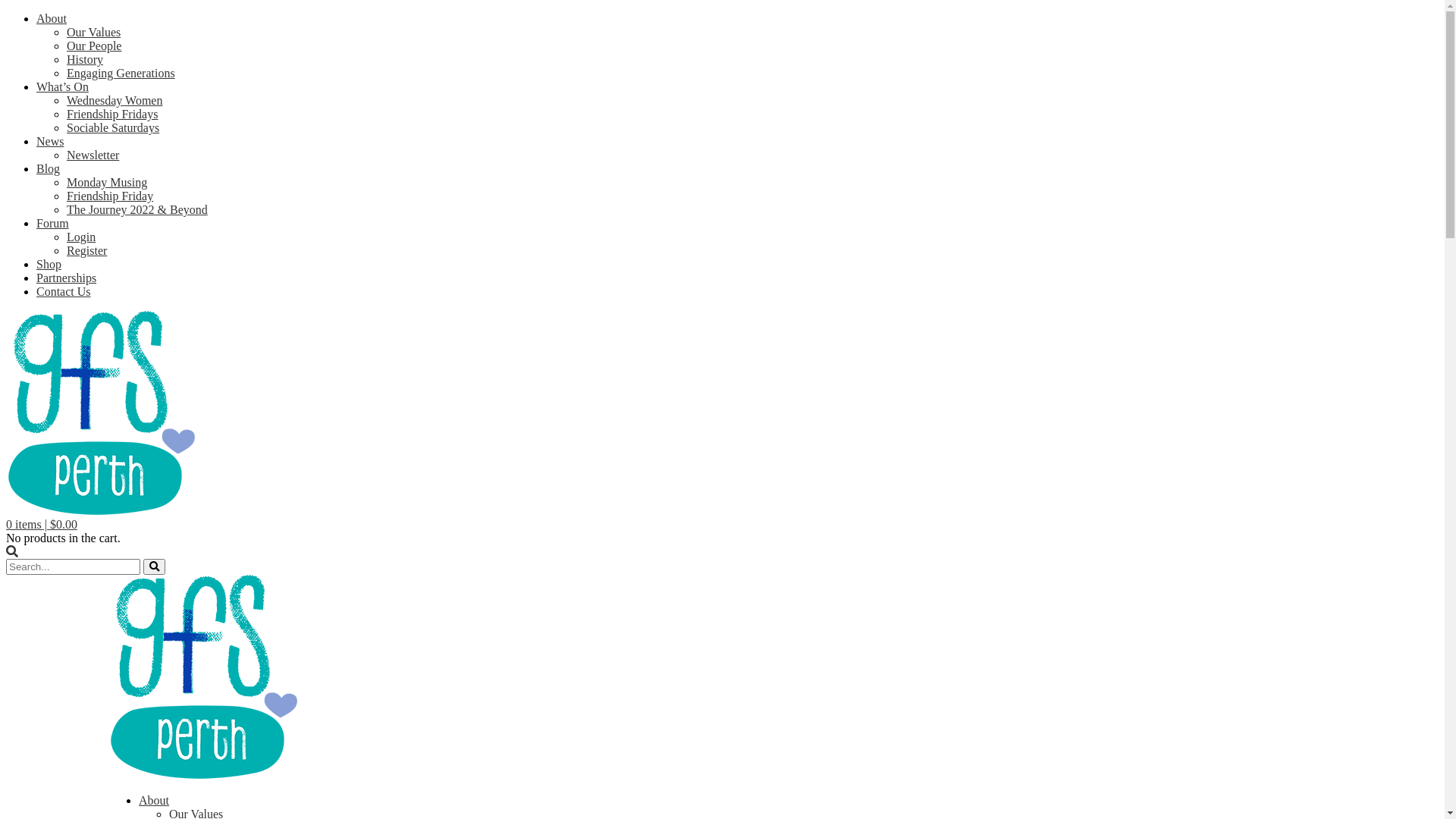  Describe the element at coordinates (86, 249) in the screenshot. I see `'Register'` at that location.